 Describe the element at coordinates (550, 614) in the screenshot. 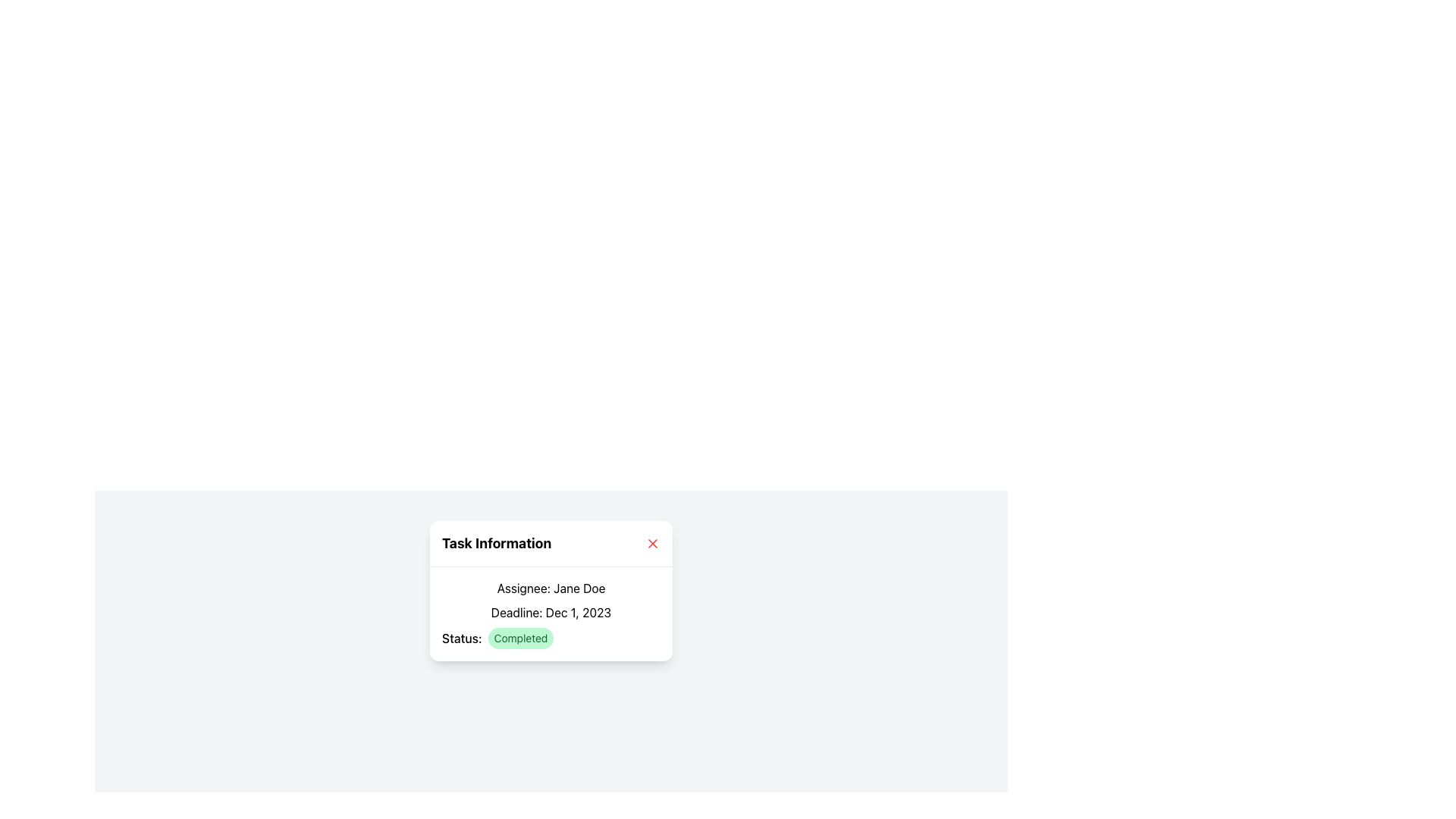

I see `the static informational block in the 'Task Information' modal that displays task-specific details like assignee, deadline, and status` at that location.